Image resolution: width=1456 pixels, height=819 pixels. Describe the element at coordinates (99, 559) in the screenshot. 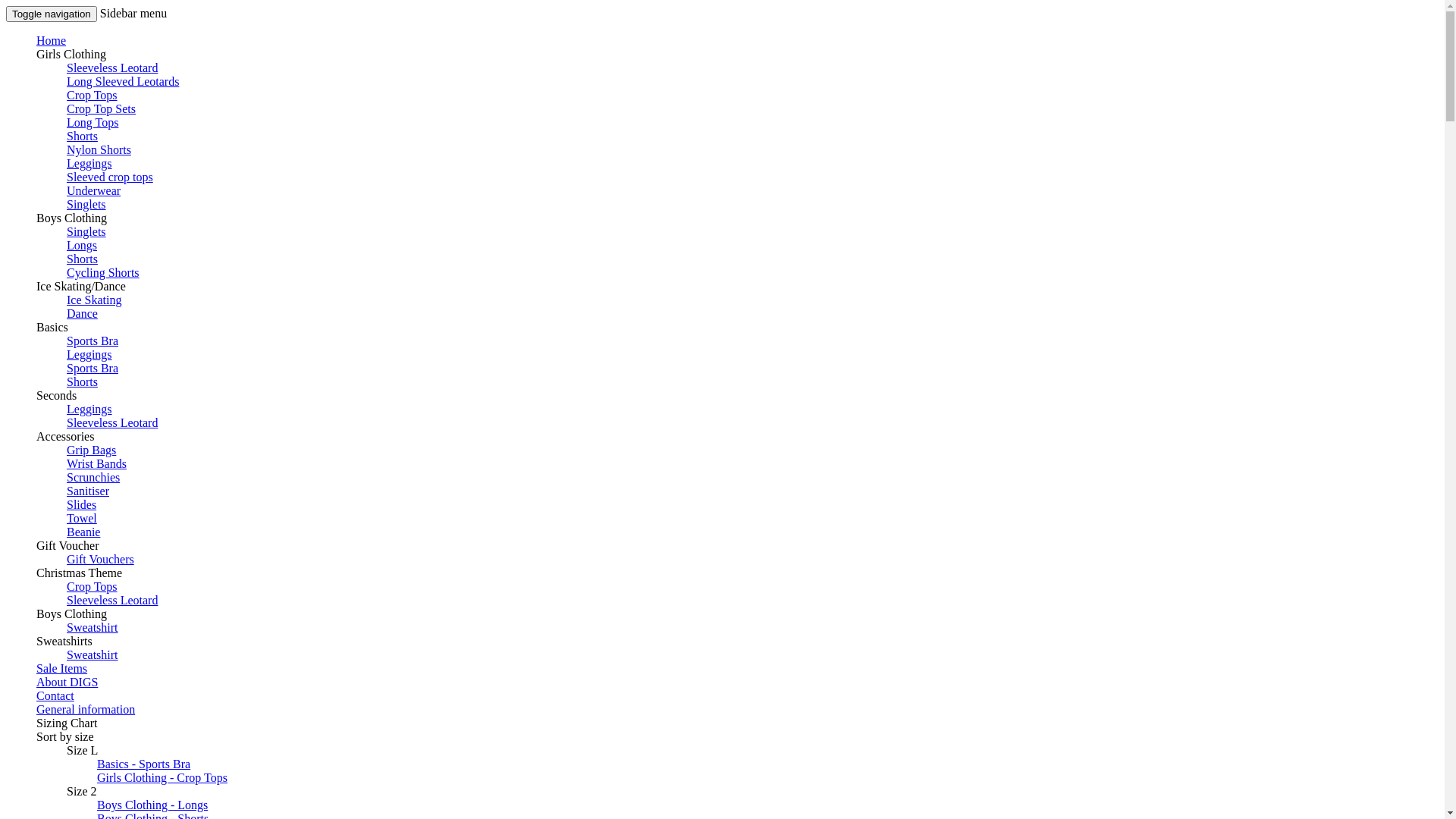

I see `'Gift Vouchers'` at that location.